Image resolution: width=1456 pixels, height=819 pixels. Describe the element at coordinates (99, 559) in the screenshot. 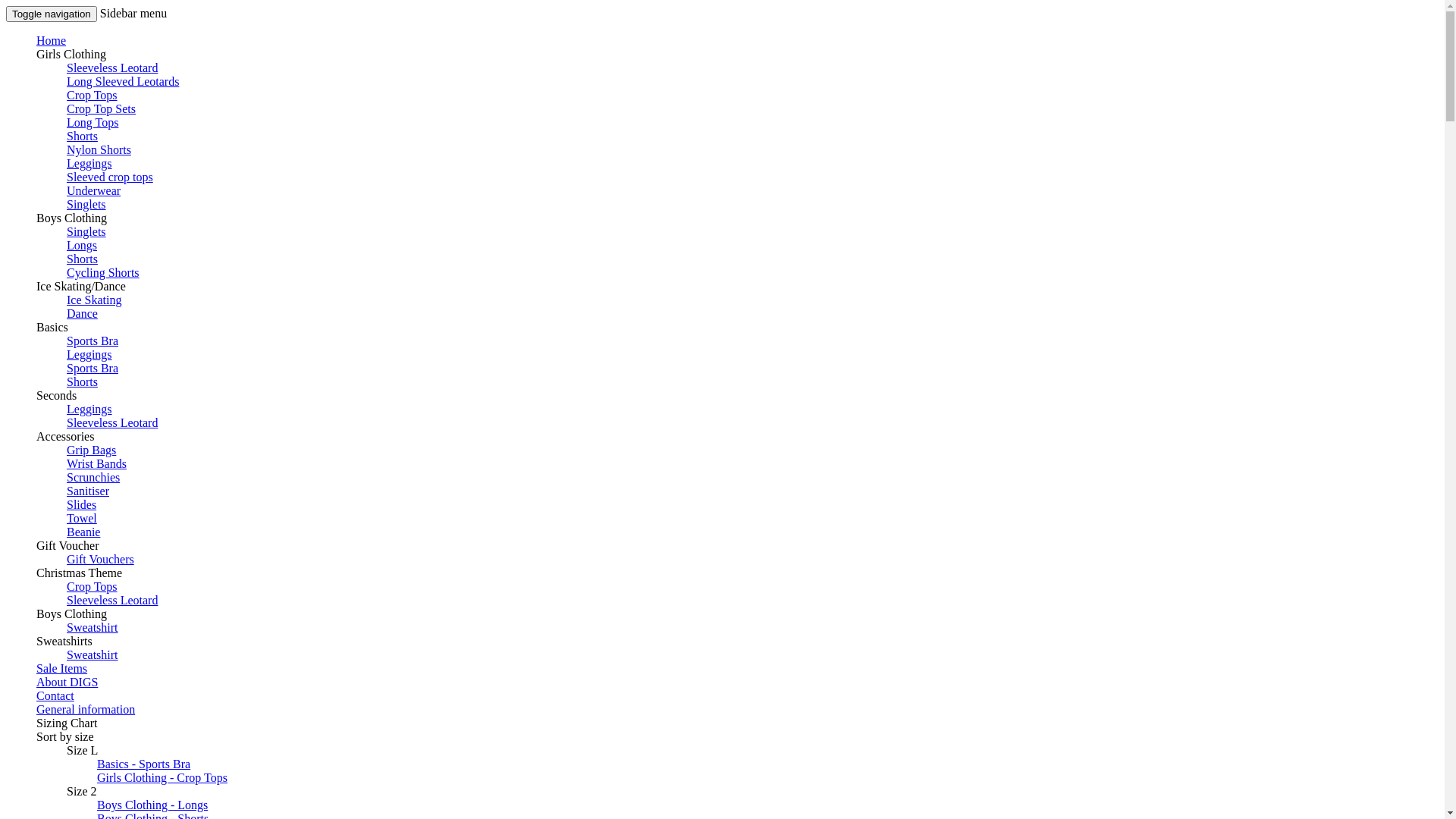

I see `'Gift Vouchers'` at that location.